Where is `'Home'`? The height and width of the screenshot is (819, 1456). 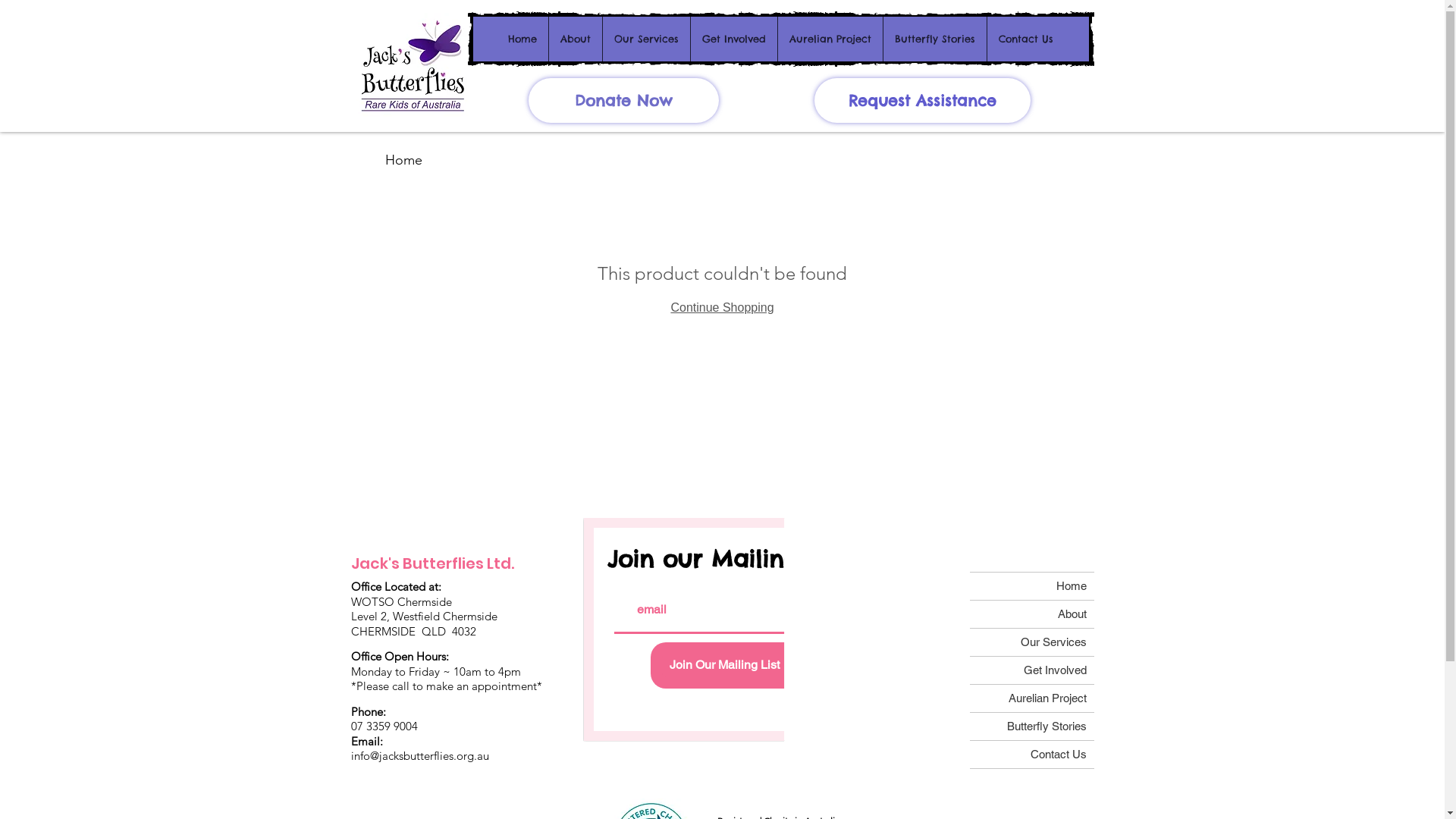
'Home' is located at coordinates (522, 38).